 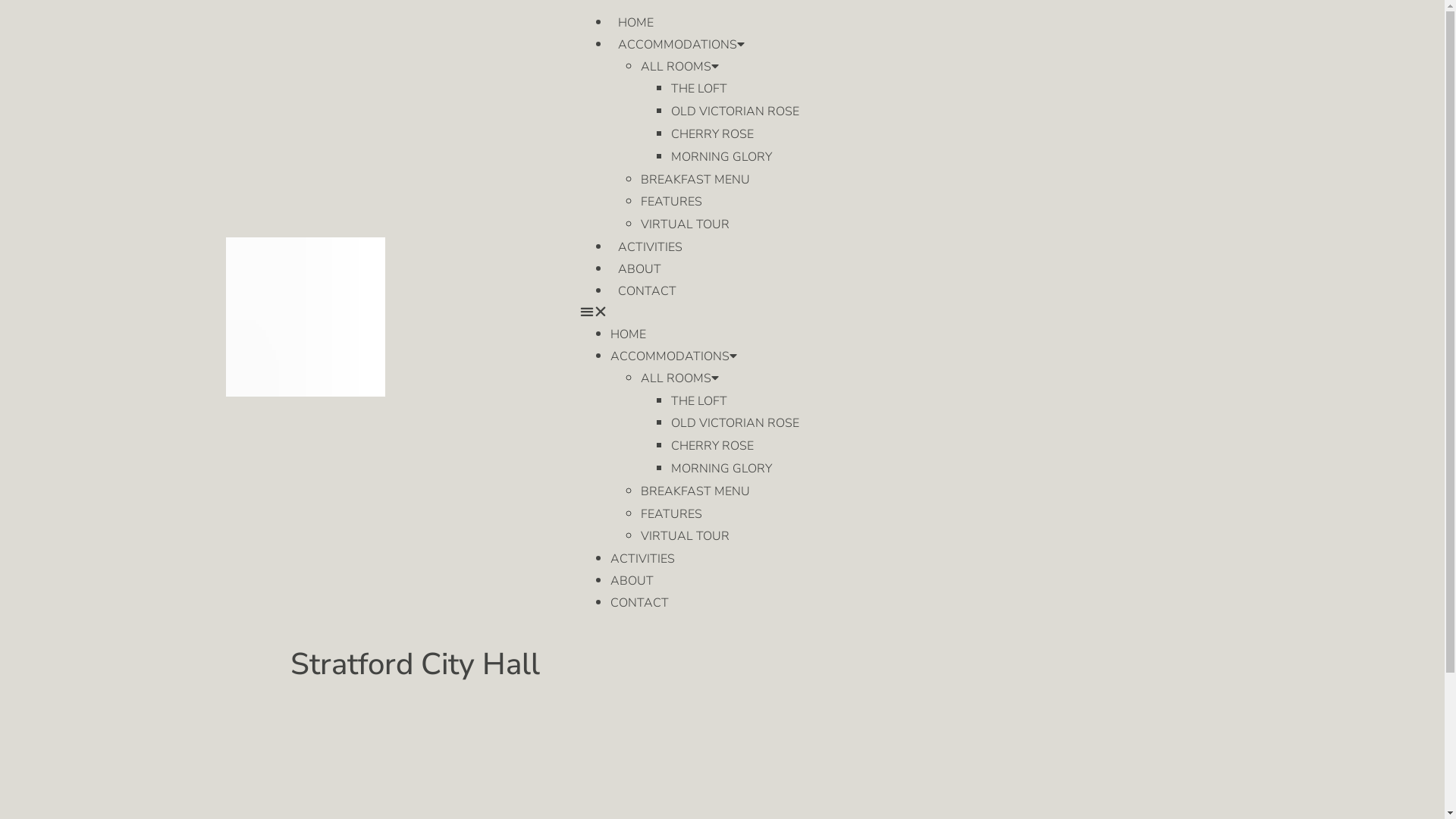 What do you see at coordinates (679, 377) in the screenshot?
I see `'ALL ROOMS'` at bounding box center [679, 377].